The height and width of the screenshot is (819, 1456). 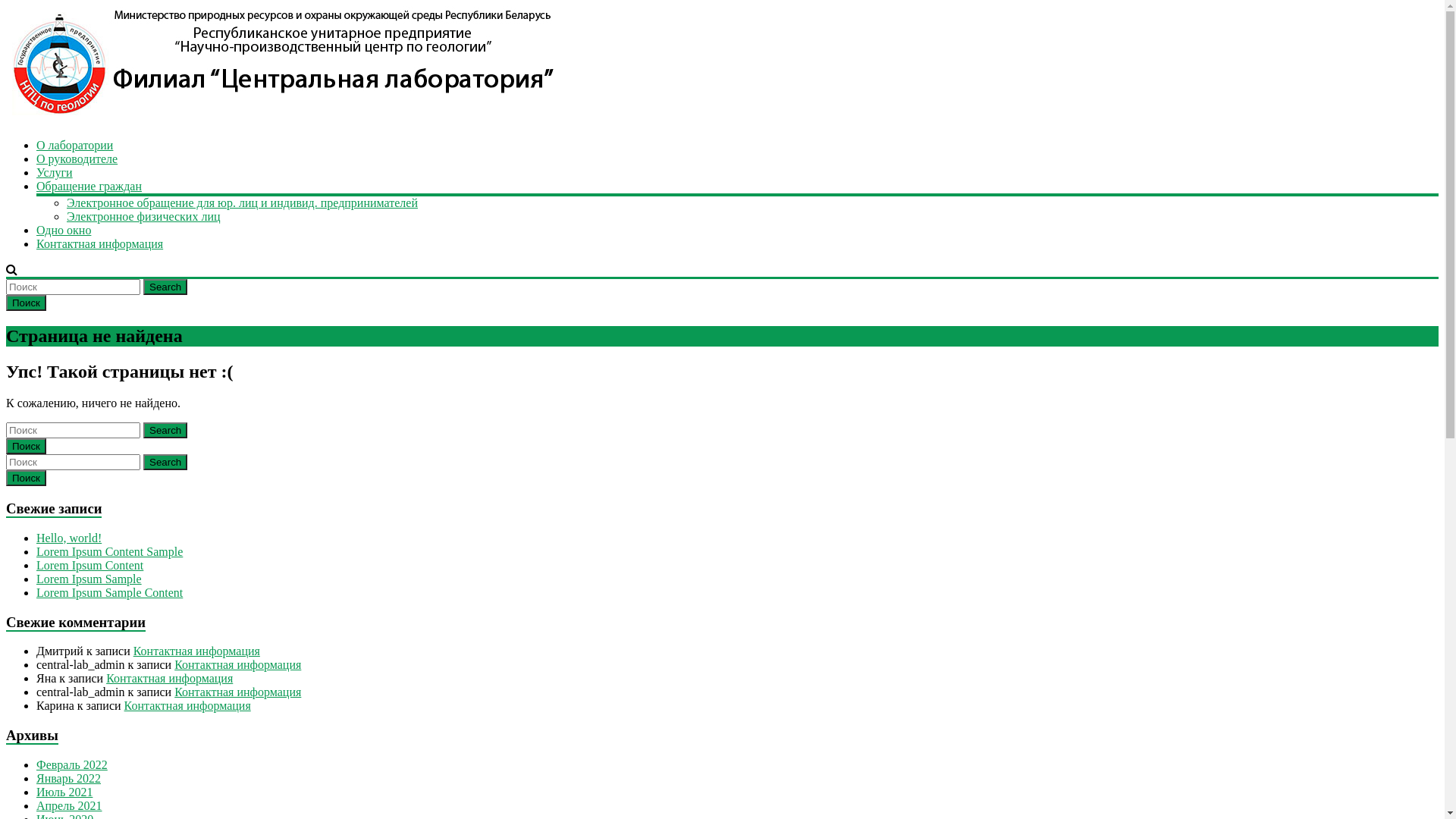 I want to click on 'Lorem Ipsum Sample', so click(x=88, y=579).